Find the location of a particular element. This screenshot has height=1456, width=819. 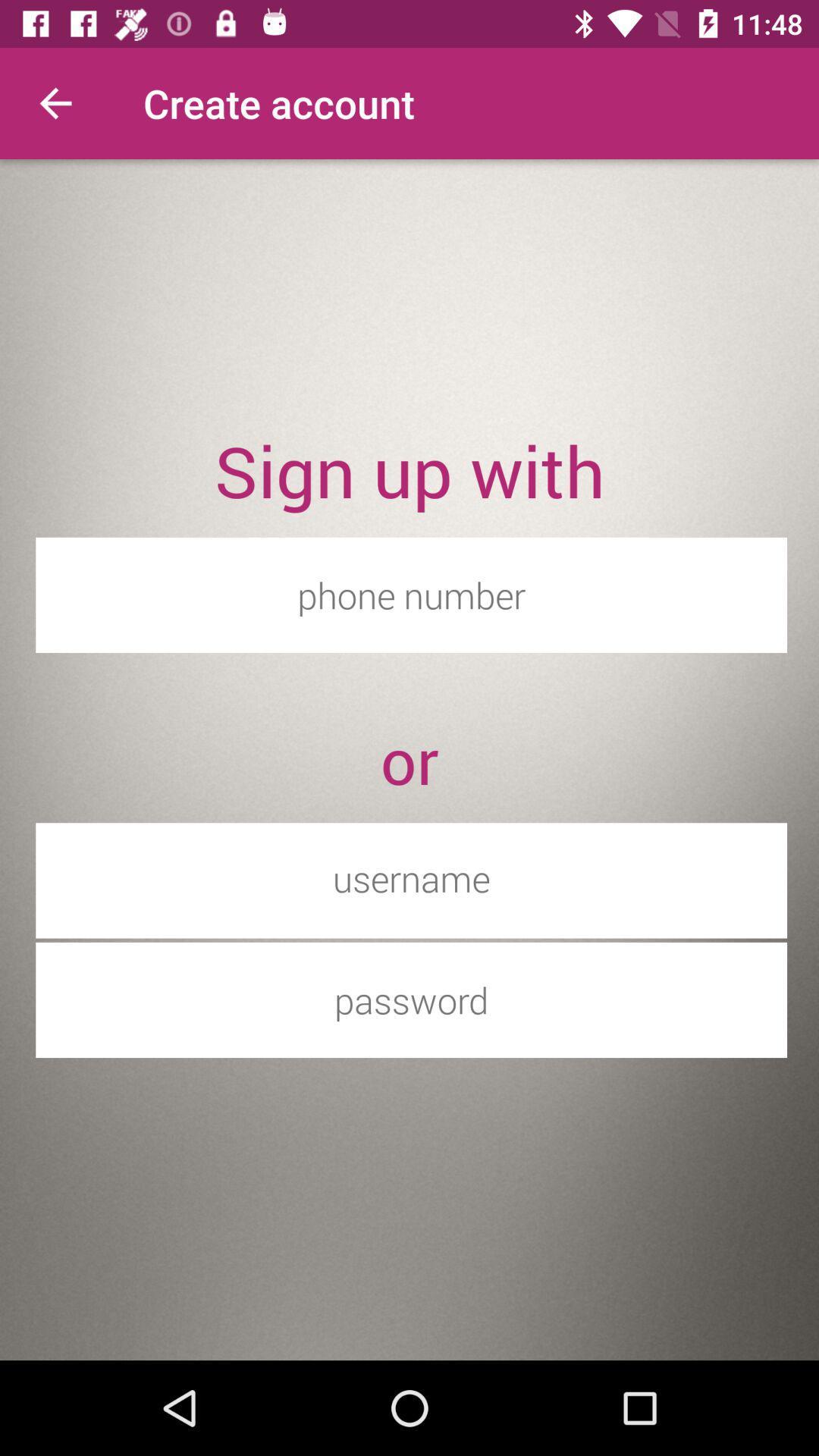

write user name is located at coordinates (411, 878).